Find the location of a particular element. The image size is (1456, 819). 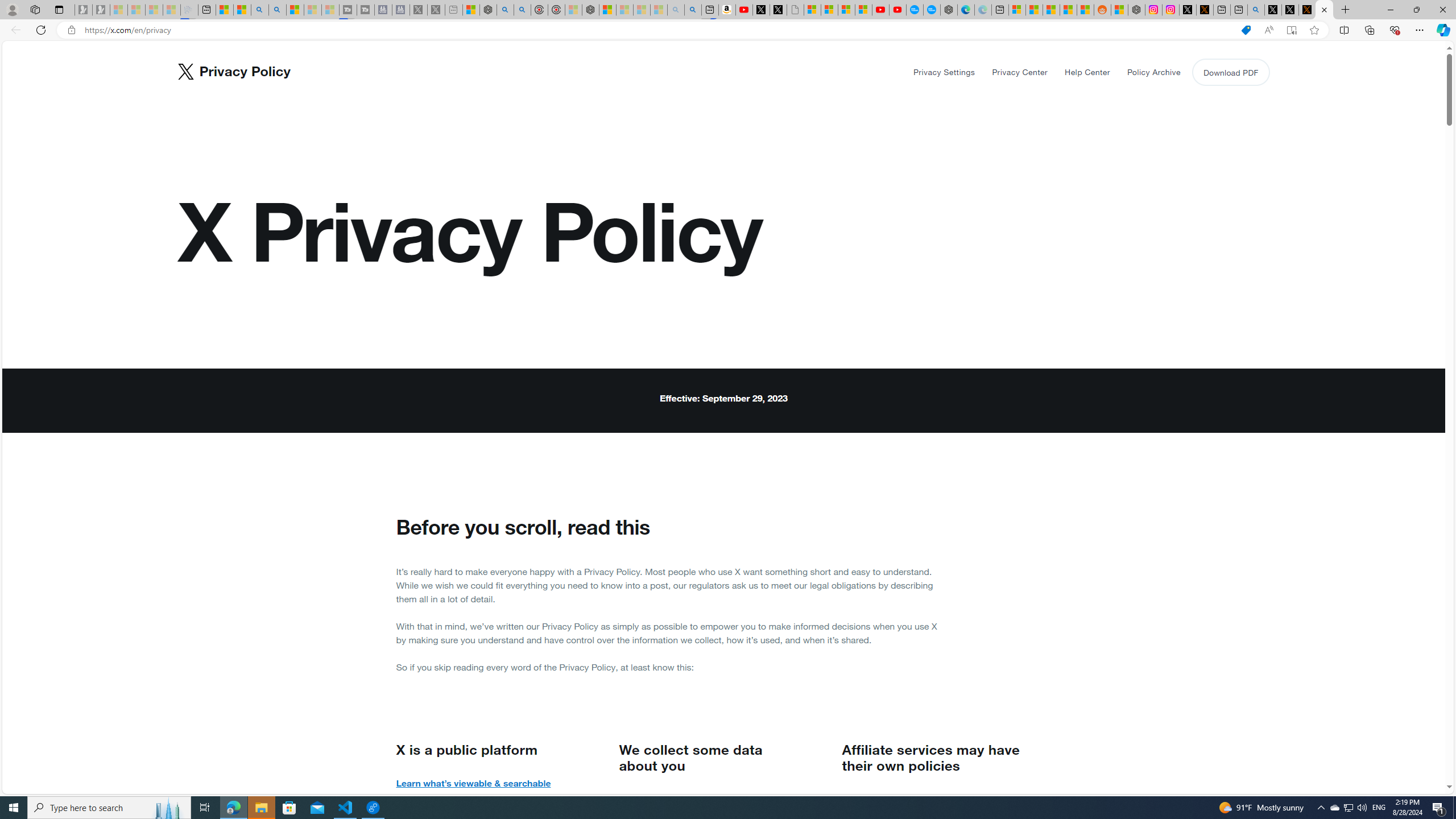

'Read aloud this page (Ctrl+Shift+U)' is located at coordinates (1268, 30).